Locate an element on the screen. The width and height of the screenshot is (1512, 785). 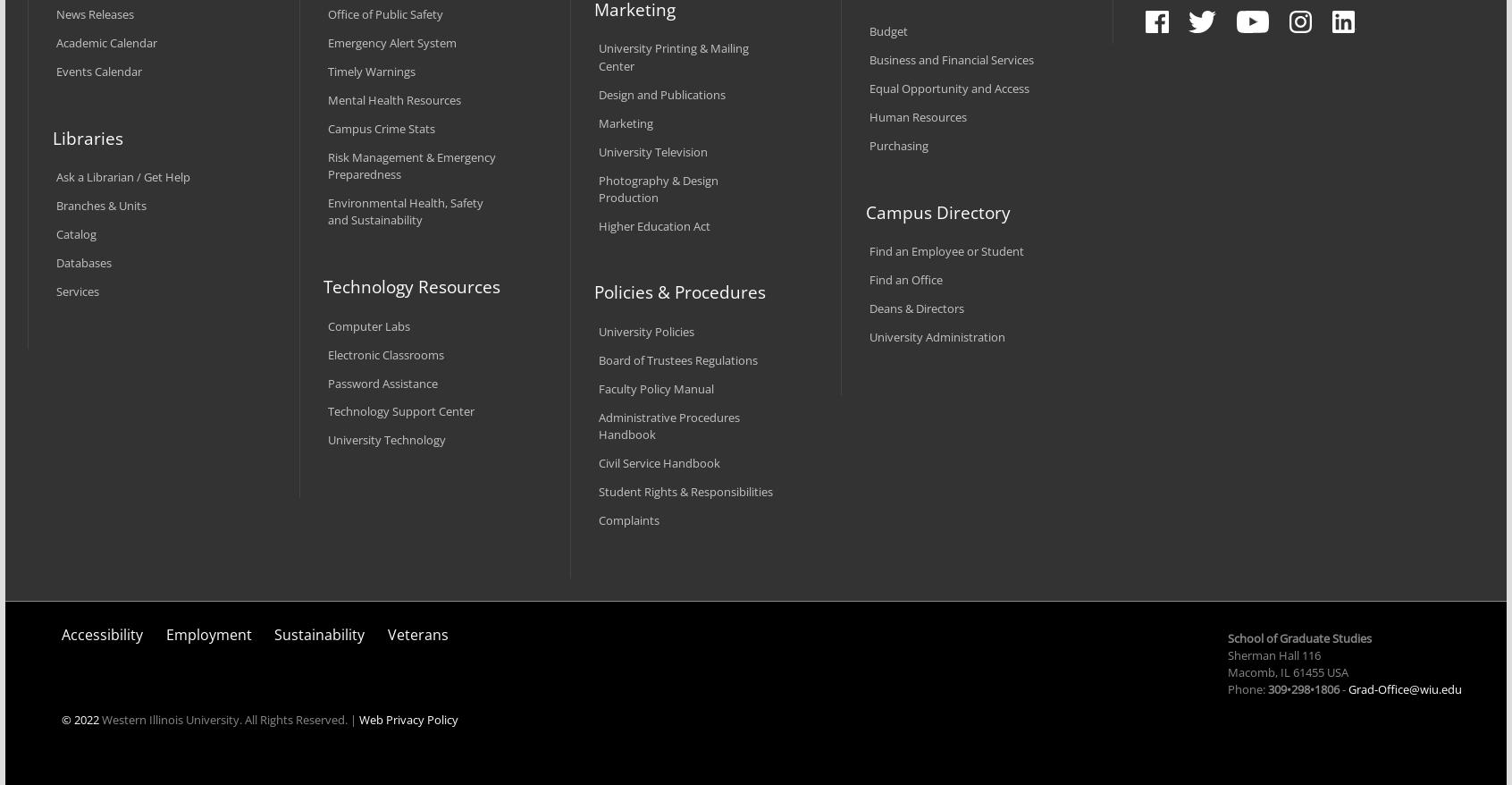
'Databases' is located at coordinates (84, 262).